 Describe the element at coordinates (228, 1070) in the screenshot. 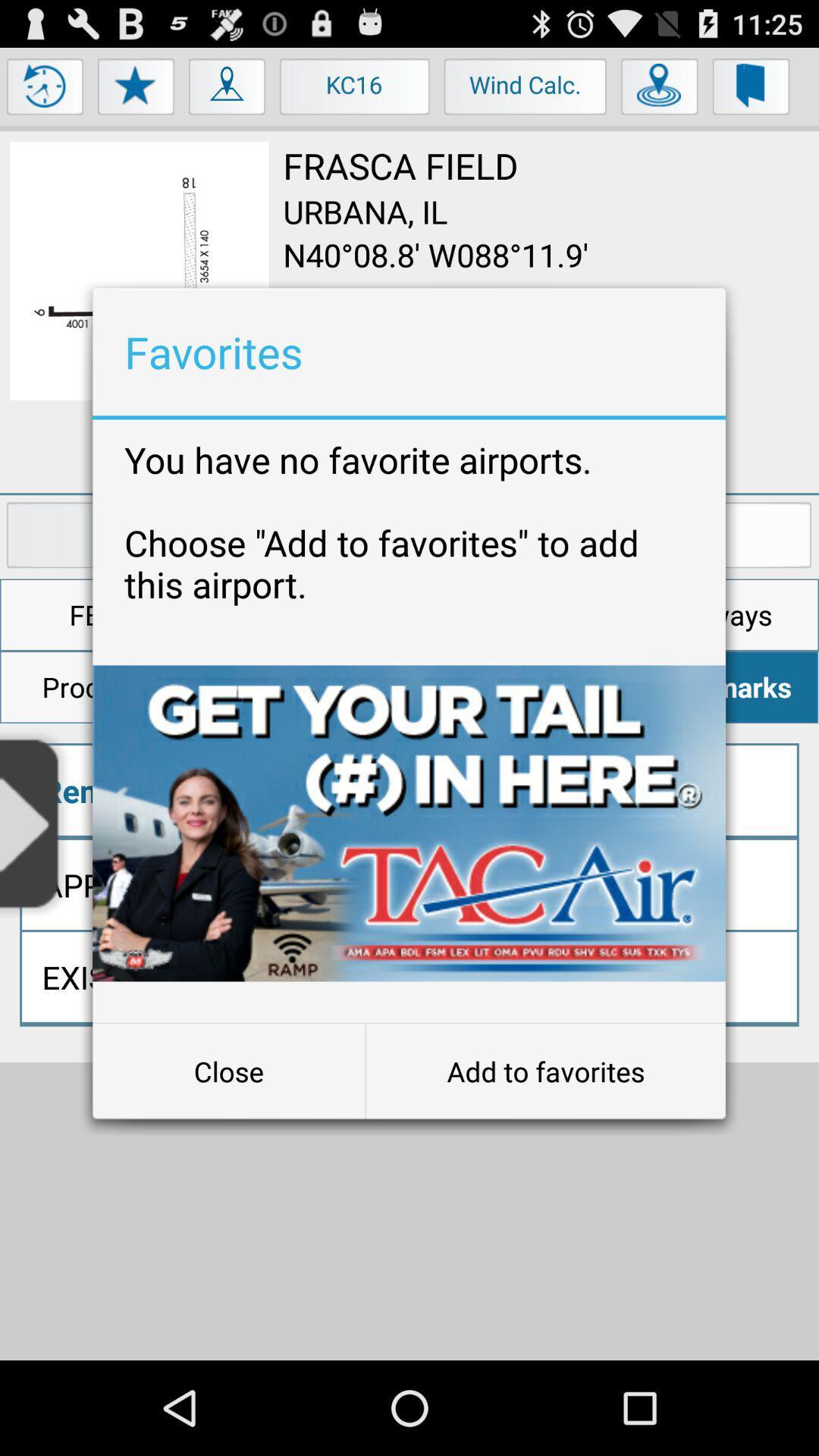

I see `the button at the bottom left corner` at that location.